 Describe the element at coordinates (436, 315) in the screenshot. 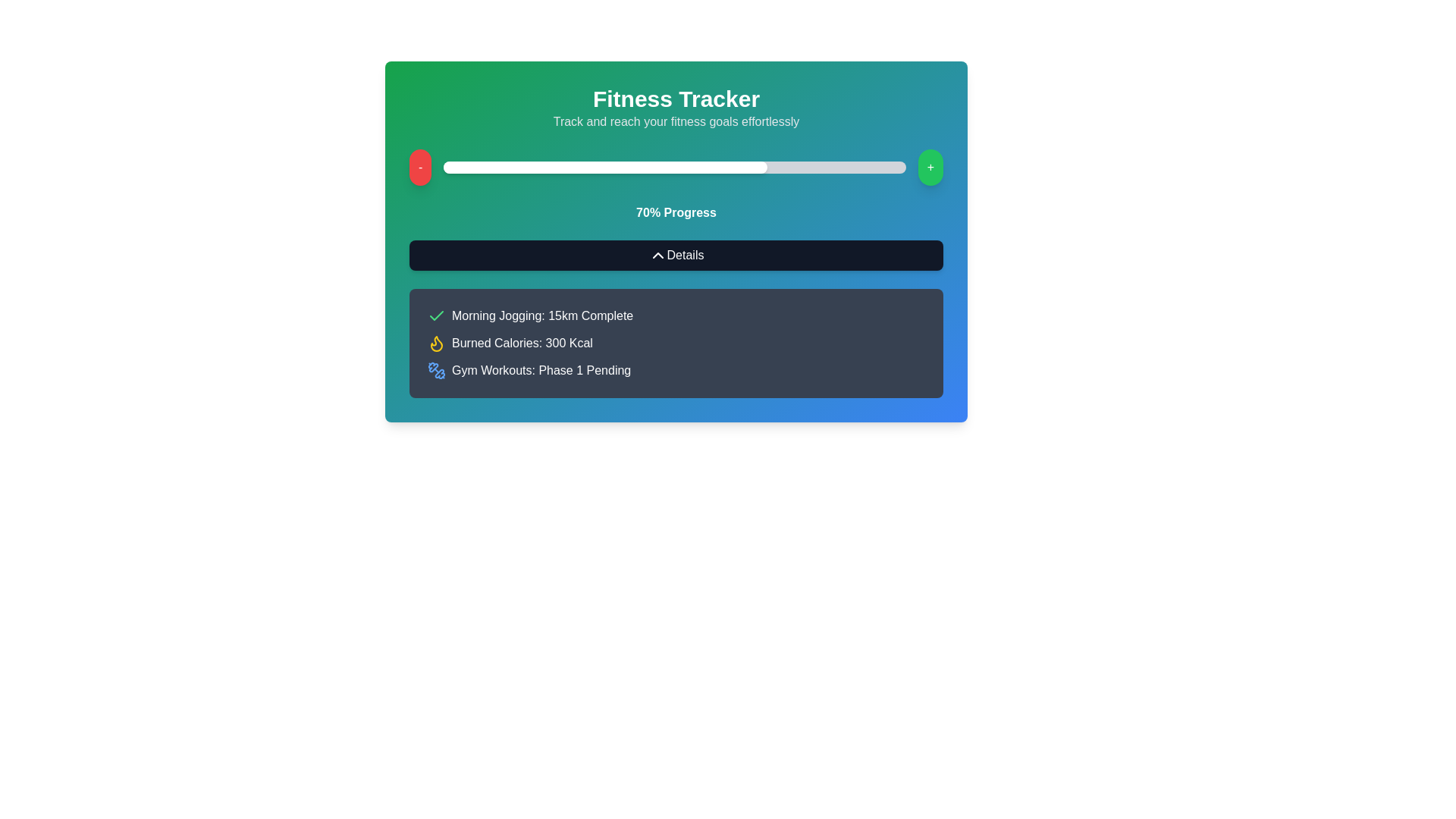

I see `the completion status icon for the task 'Morning Jogging: 15km Complete' located in the 'Details' section` at that location.